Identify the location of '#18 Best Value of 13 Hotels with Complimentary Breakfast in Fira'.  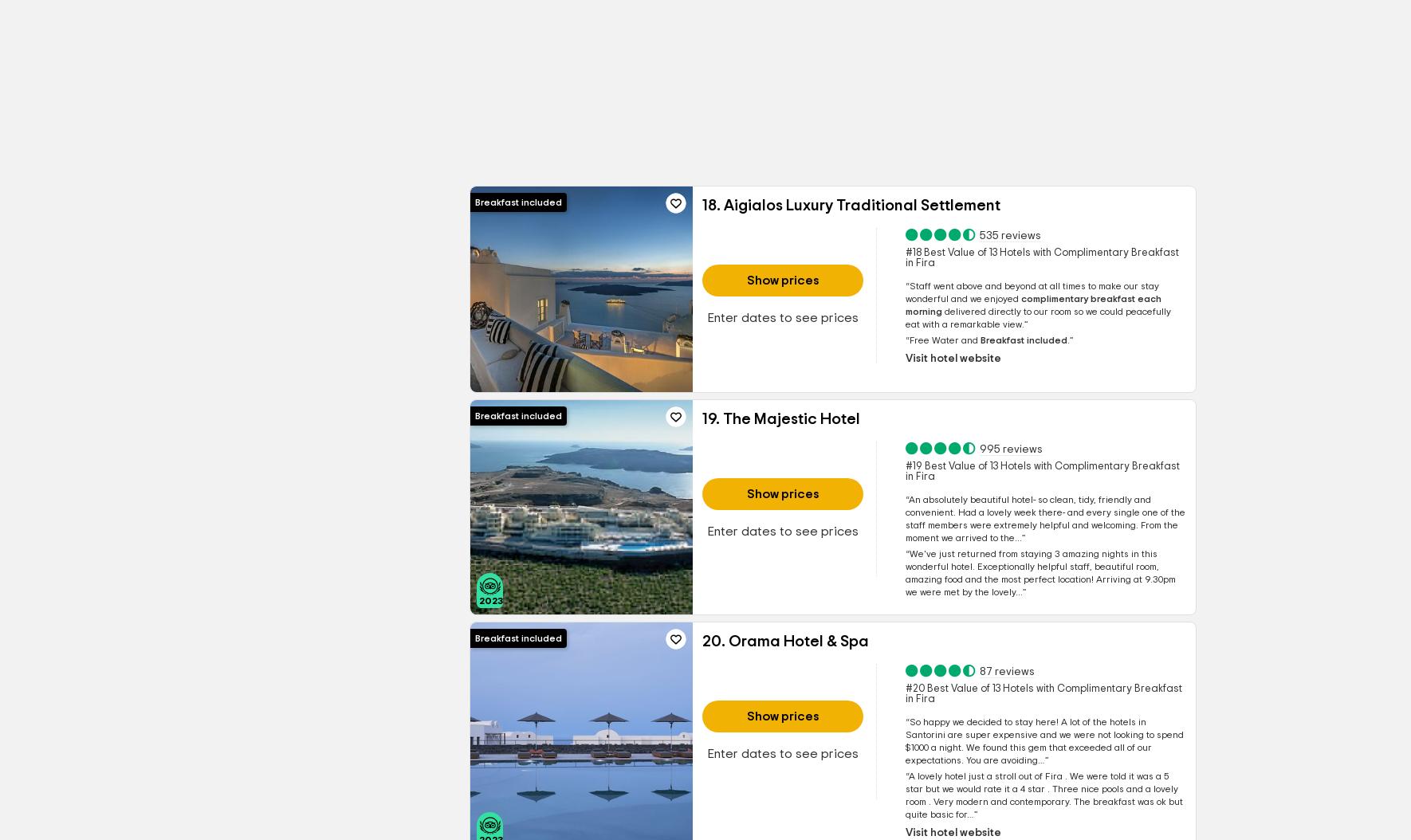
(904, 257).